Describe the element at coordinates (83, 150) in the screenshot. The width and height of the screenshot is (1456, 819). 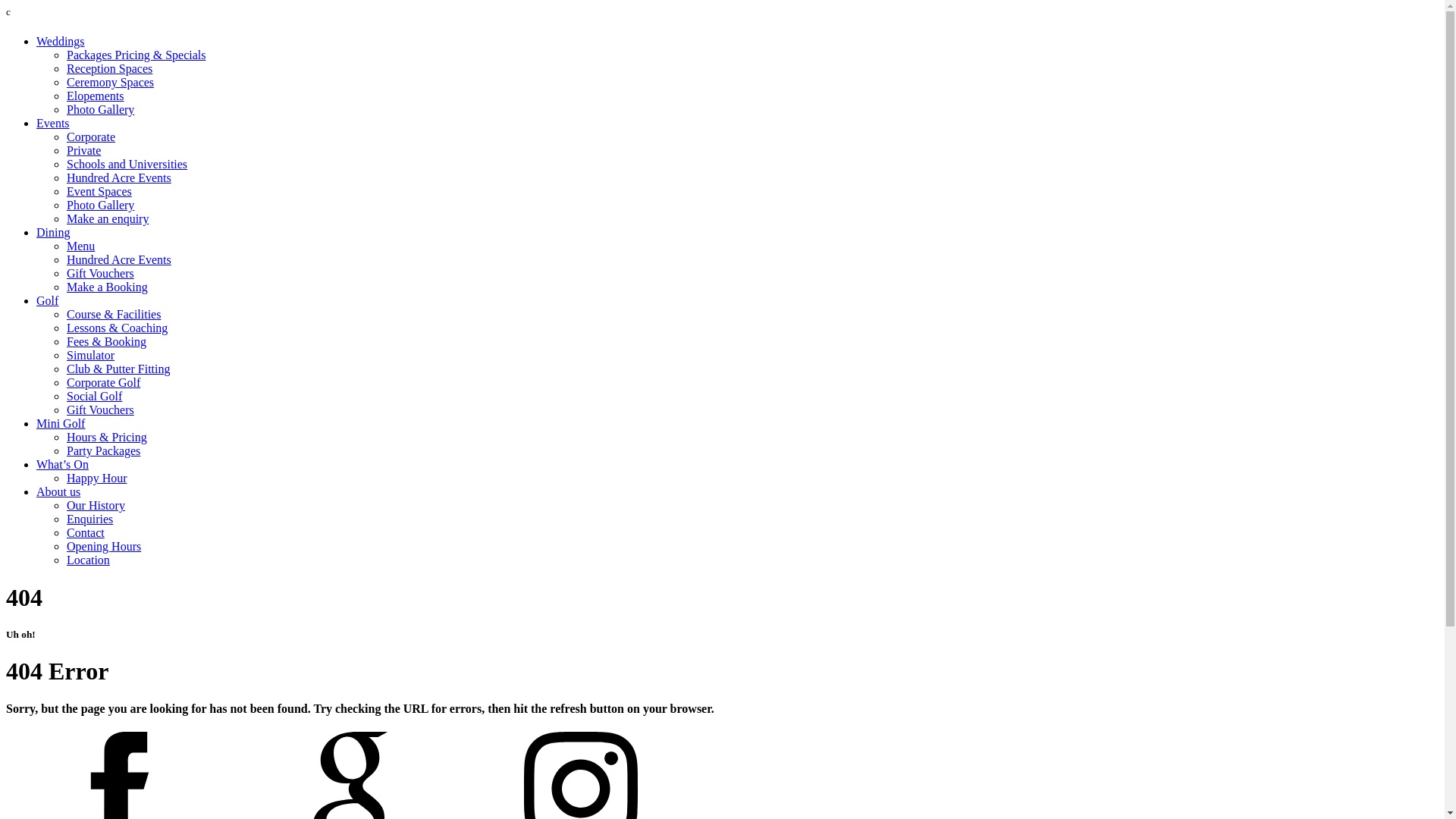
I see `'Private'` at that location.